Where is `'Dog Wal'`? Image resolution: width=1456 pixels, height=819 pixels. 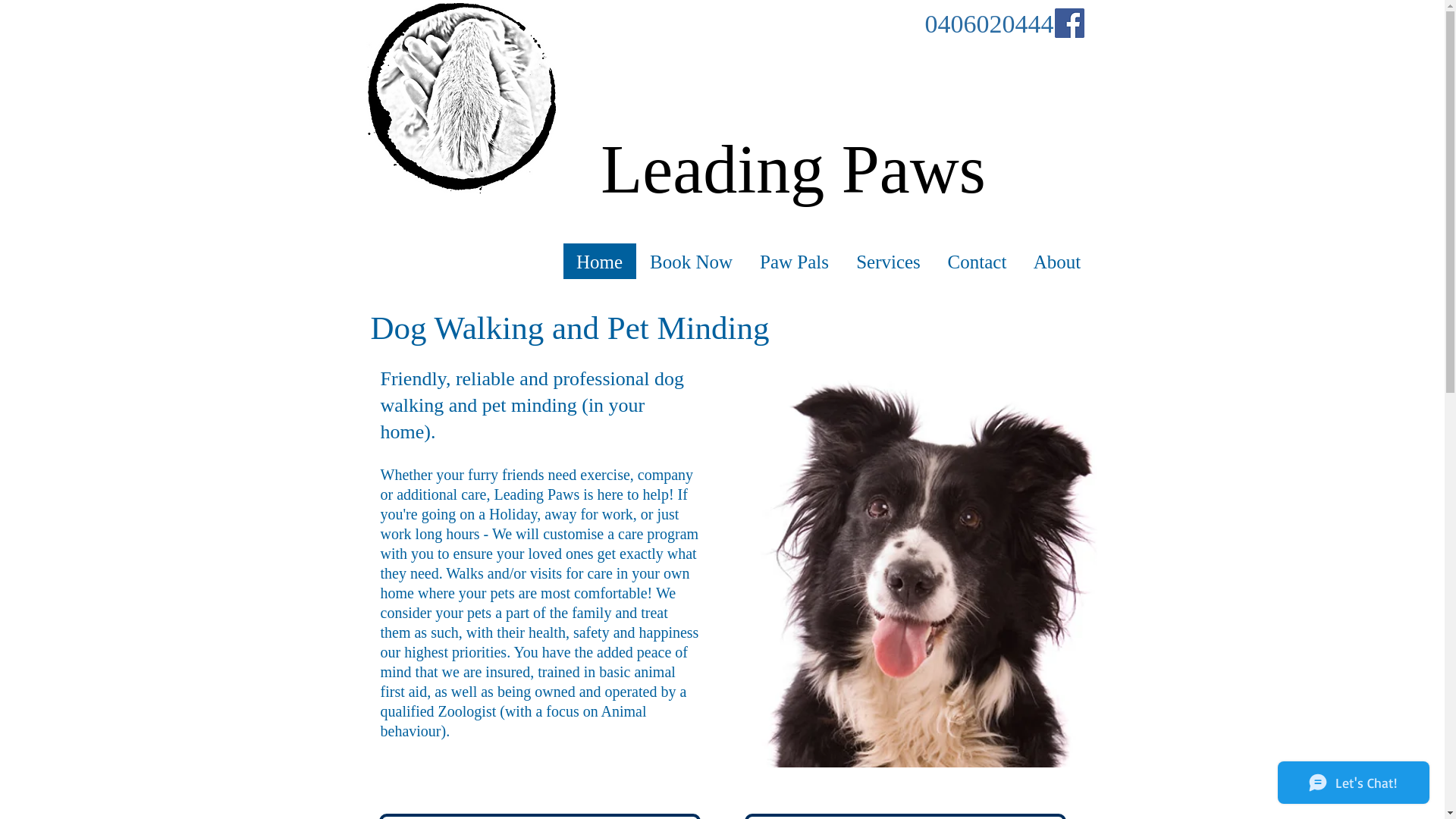 'Dog Wal' is located at coordinates (426, 327).